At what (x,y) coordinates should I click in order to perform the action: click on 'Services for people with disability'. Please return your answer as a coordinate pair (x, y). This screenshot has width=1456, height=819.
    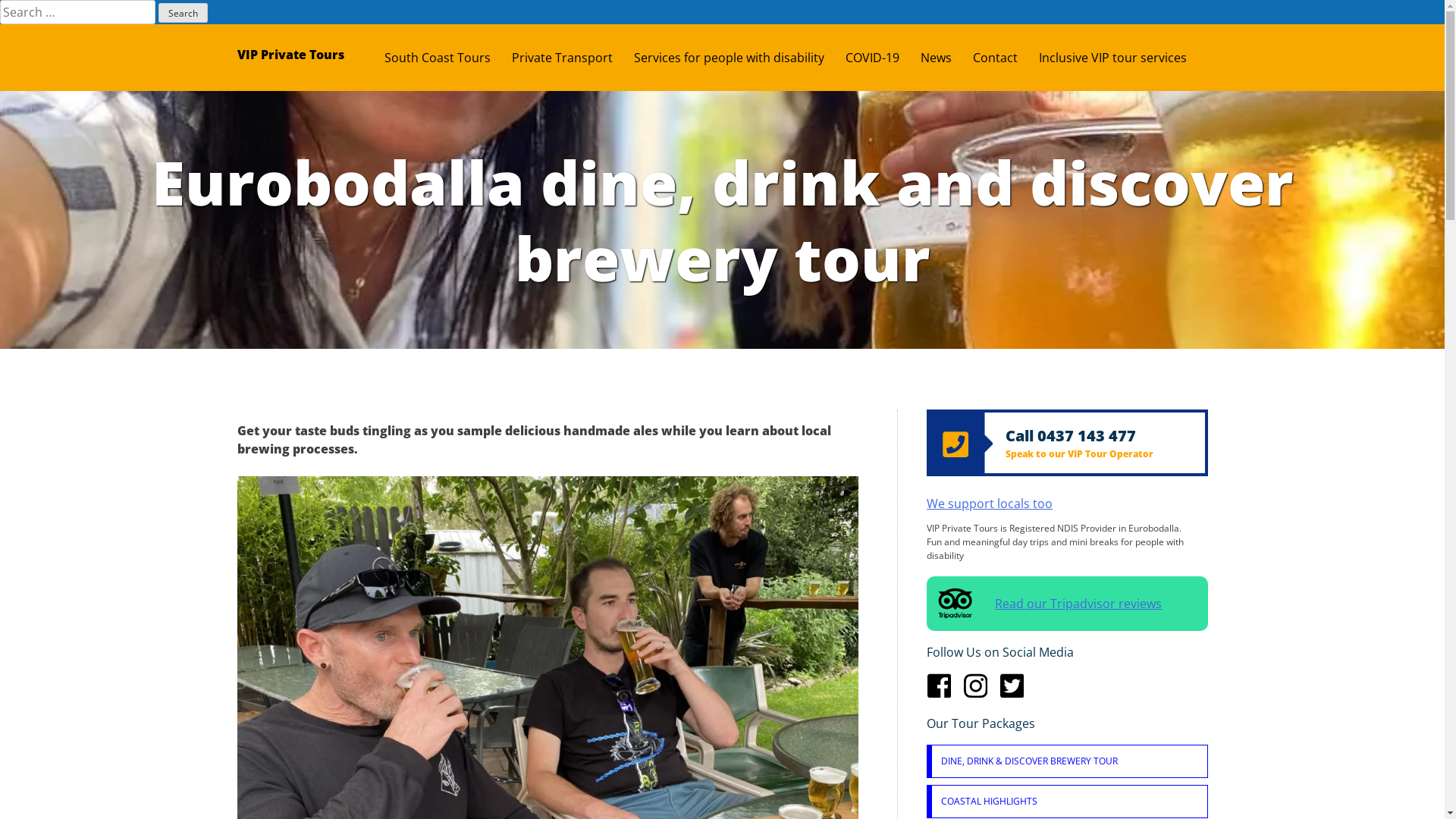
    Looking at the image, I should click on (739, 57).